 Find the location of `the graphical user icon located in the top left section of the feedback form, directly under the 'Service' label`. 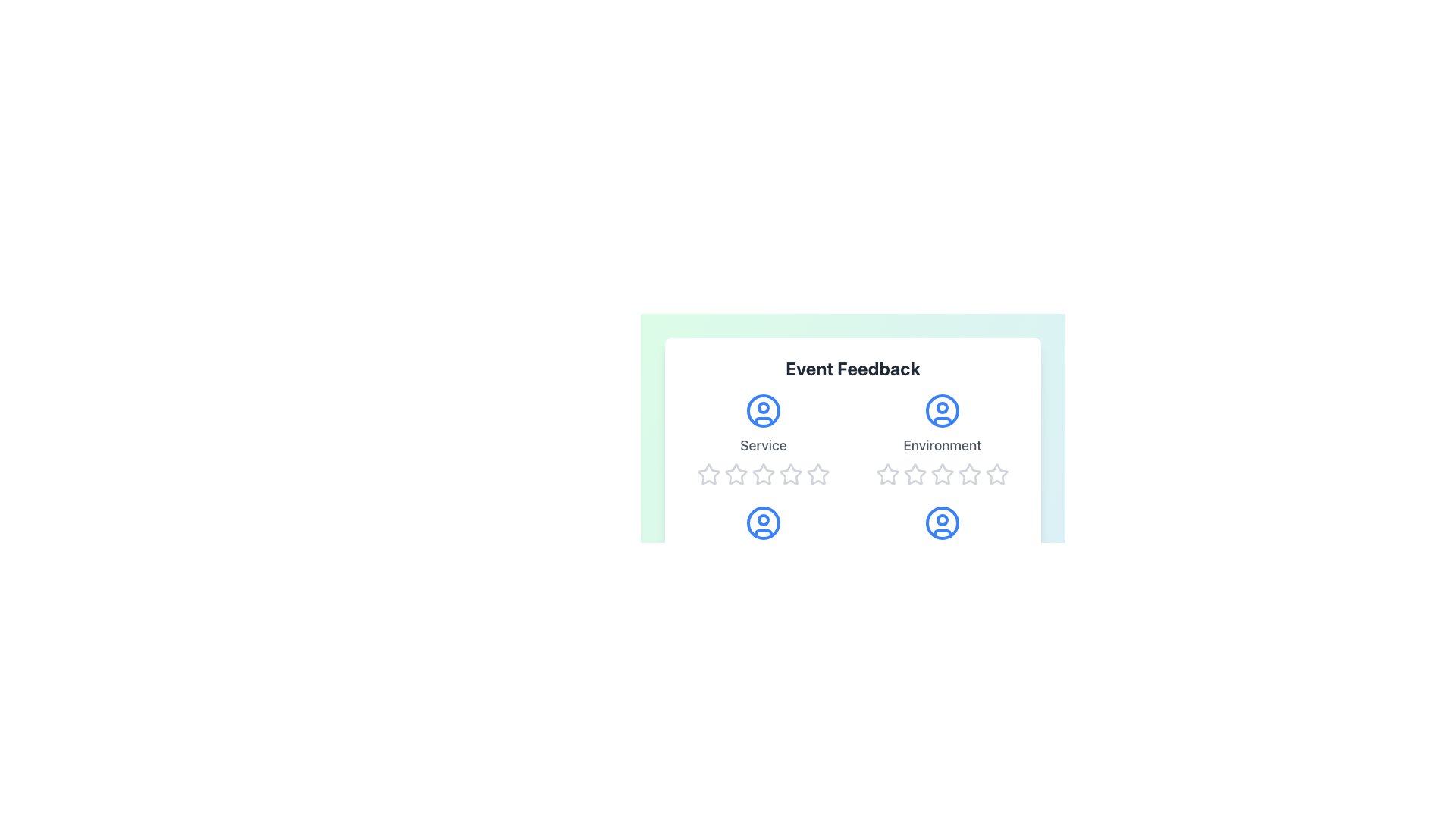

the graphical user icon located in the top left section of the feedback form, directly under the 'Service' label is located at coordinates (764, 411).